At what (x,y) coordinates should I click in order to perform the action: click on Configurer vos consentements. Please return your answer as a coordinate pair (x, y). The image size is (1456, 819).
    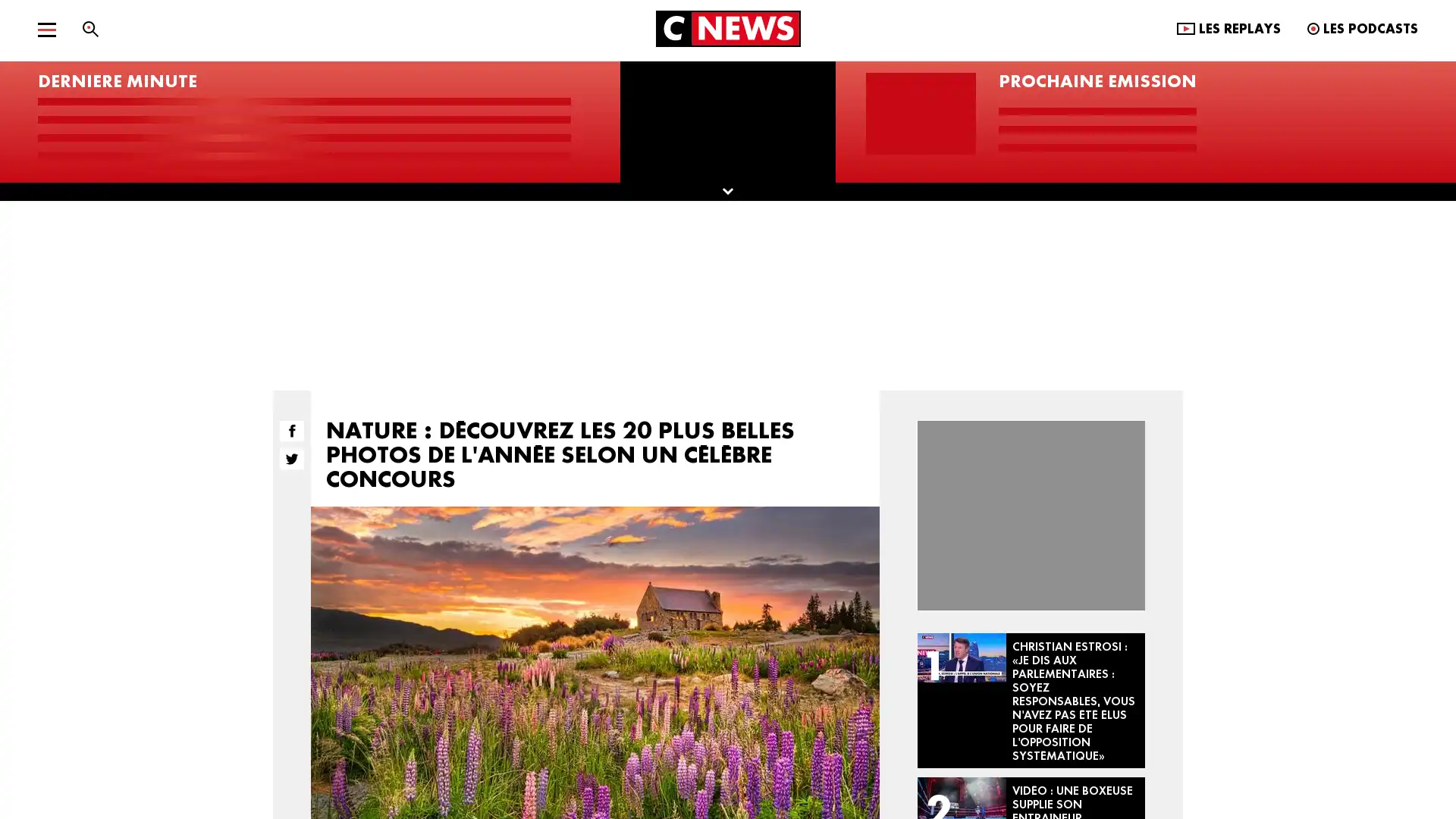
    Looking at the image, I should click on (648, 570).